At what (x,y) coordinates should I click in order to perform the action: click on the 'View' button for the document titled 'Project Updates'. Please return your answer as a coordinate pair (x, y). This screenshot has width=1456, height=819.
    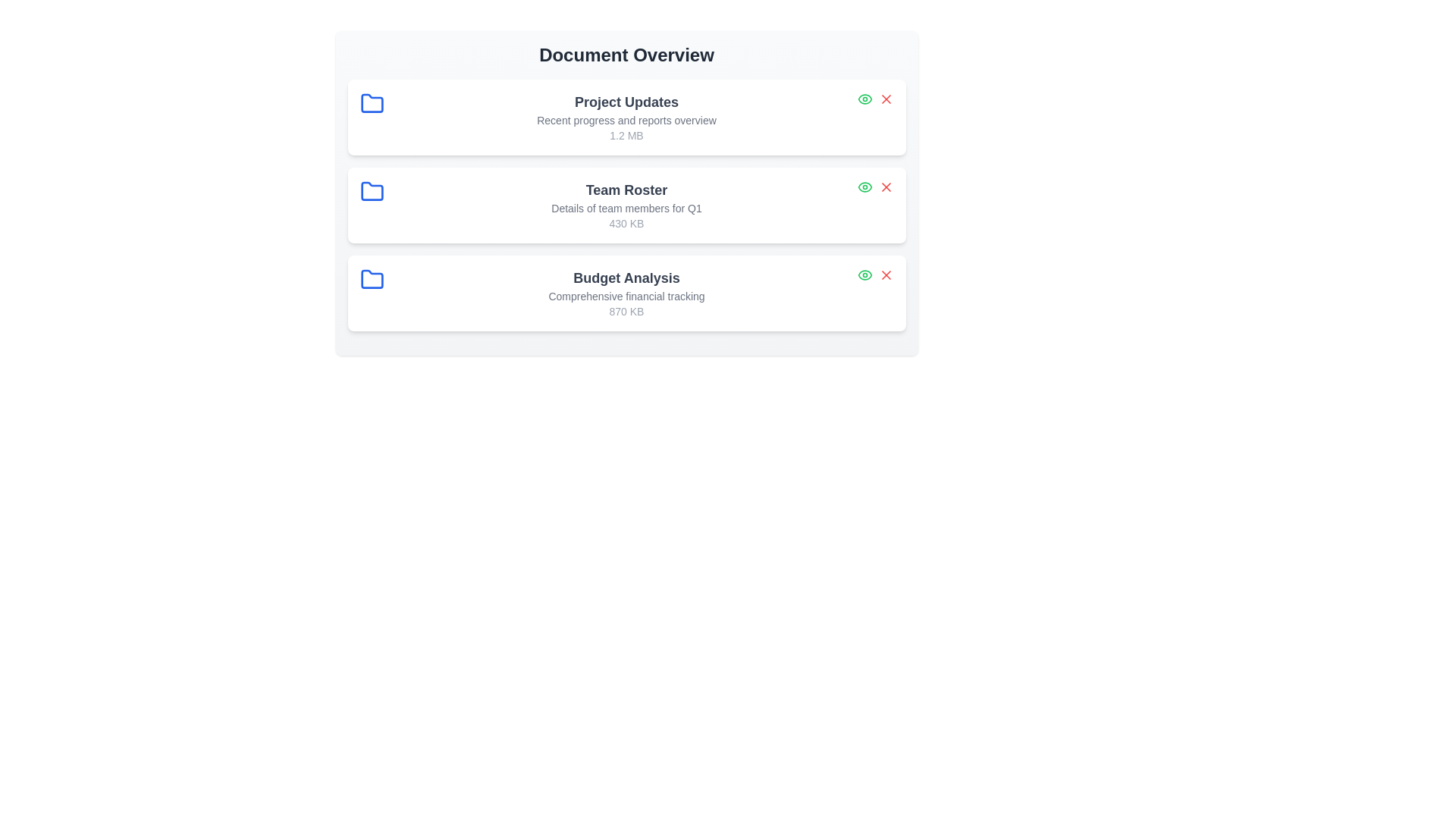
    Looking at the image, I should click on (864, 99).